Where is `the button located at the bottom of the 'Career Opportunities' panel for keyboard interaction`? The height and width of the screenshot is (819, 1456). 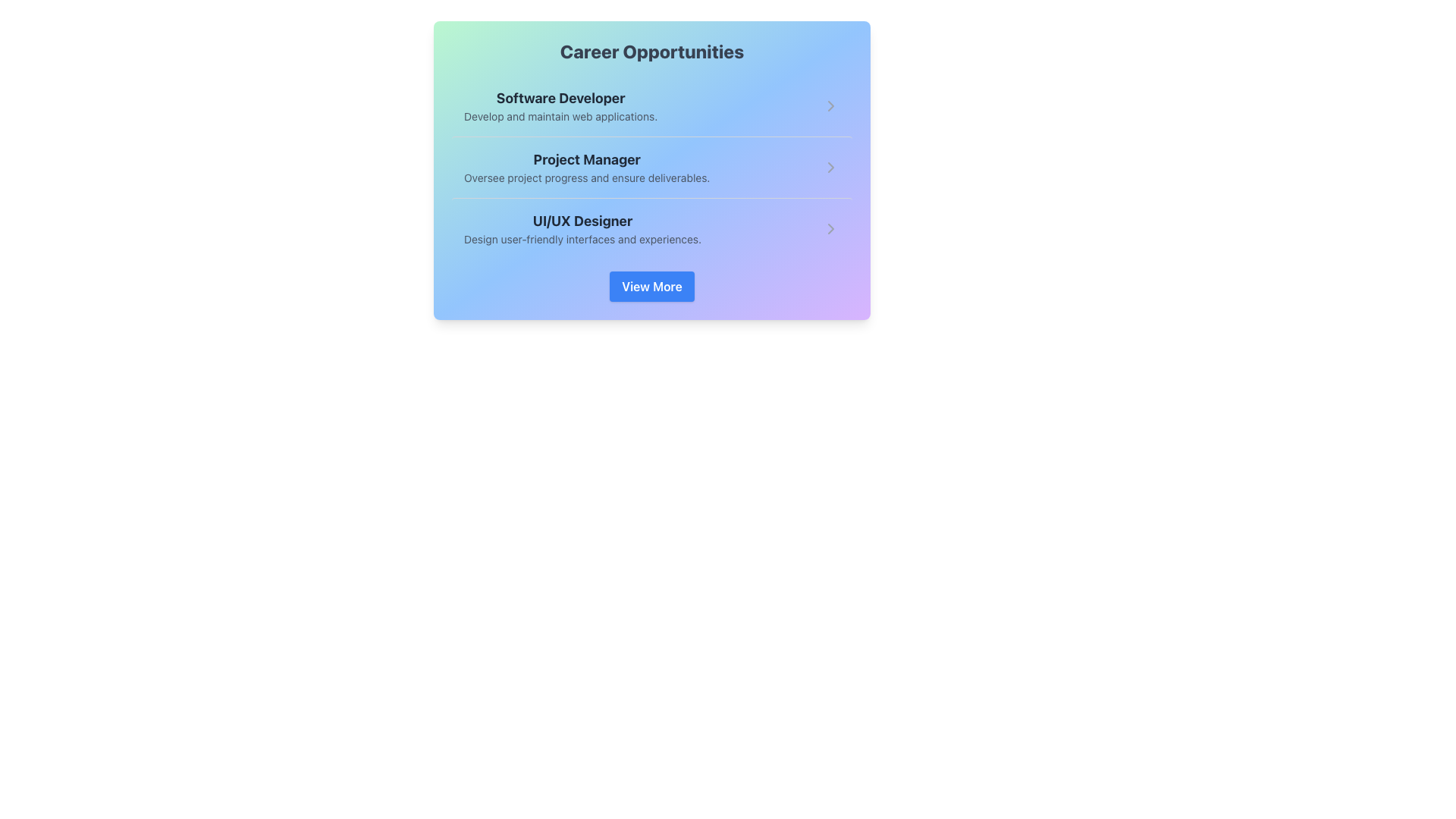
the button located at the bottom of the 'Career Opportunities' panel for keyboard interaction is located at coordinates (651, 287).